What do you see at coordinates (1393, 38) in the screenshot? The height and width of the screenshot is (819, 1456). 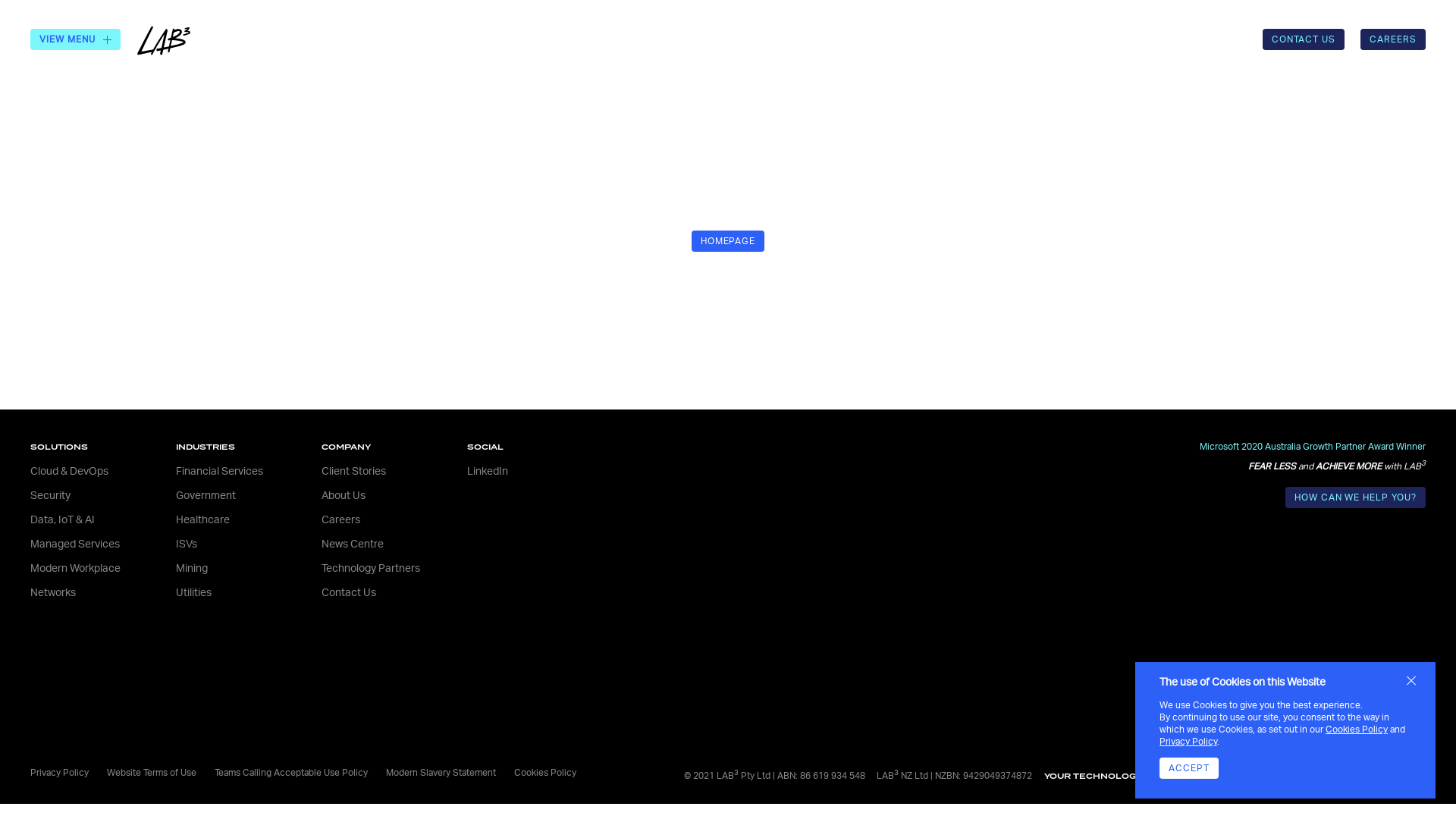 I see `'CAREERS'` at bounding box center [1393, 38].